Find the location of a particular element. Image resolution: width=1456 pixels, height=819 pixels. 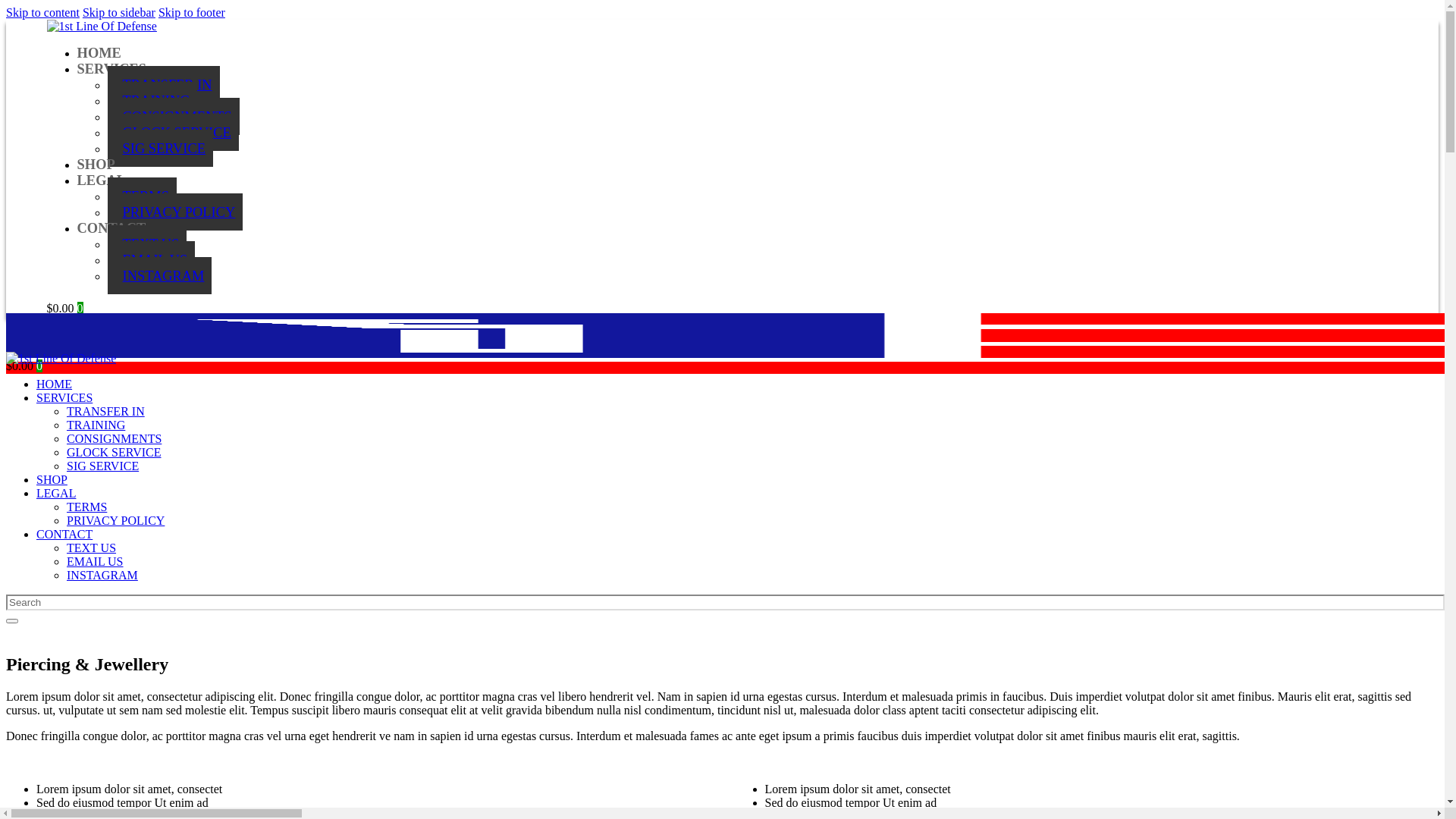

'INSTAGRAM' is located at coordinates (160, 275).